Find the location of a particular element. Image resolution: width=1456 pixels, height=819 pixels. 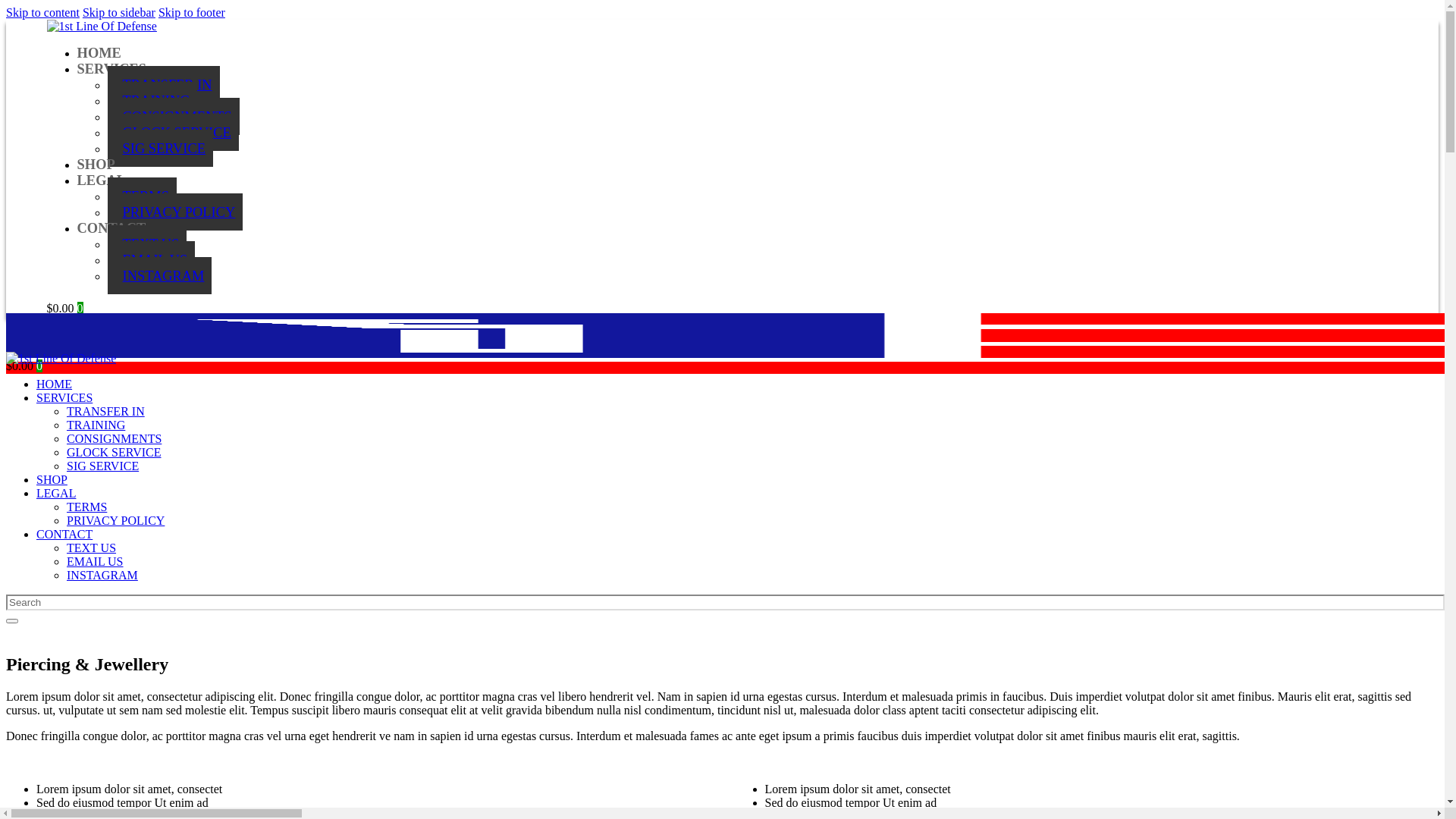

'INSTAGRAM' is located at coordinates (160, 275).